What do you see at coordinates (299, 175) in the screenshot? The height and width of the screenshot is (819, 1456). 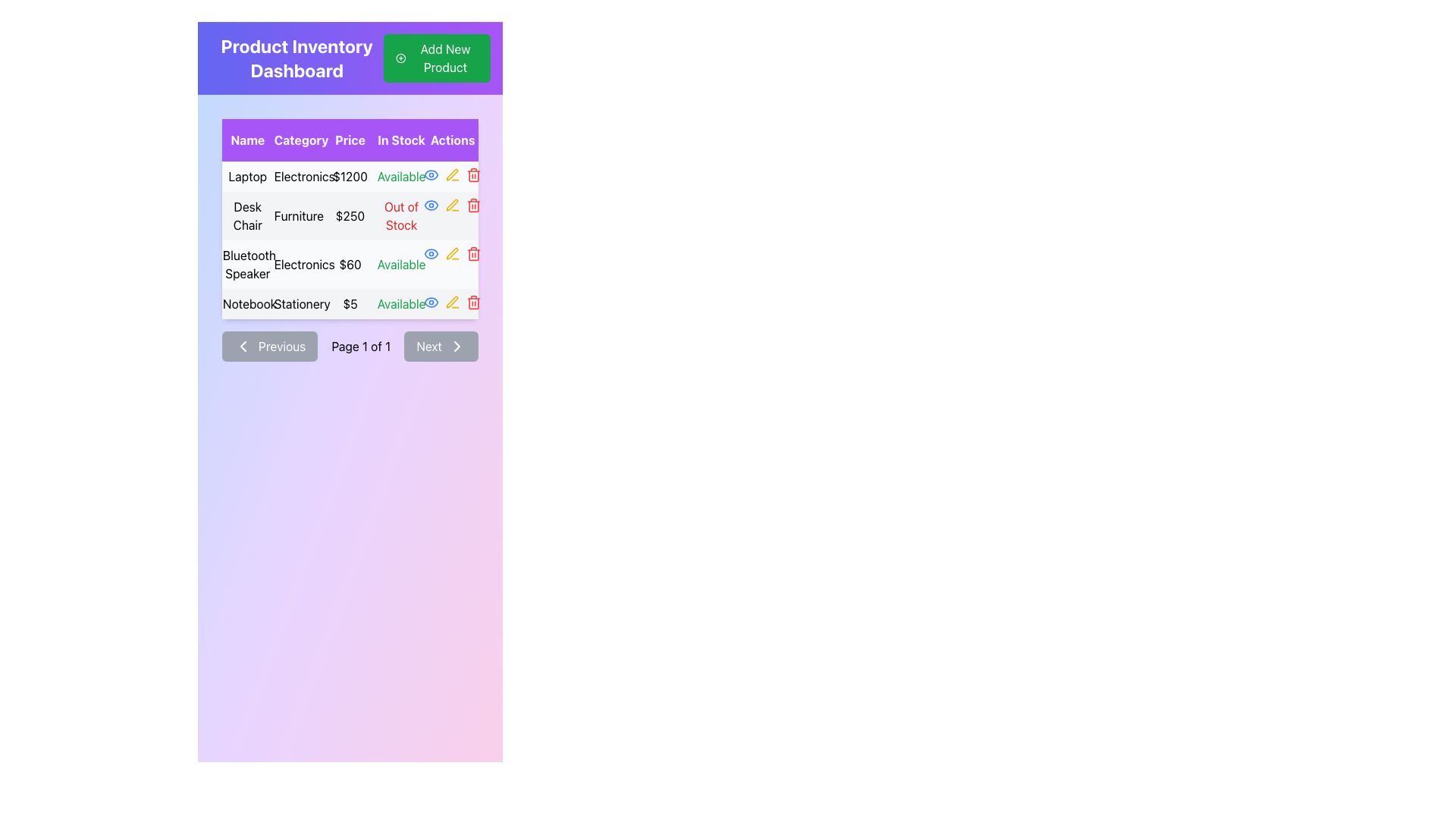 I see `the 'Laptop' text label in the second column of the data grid, which indicates that it belongs to the 'Electronics' category` at bounding box center [299, 175].